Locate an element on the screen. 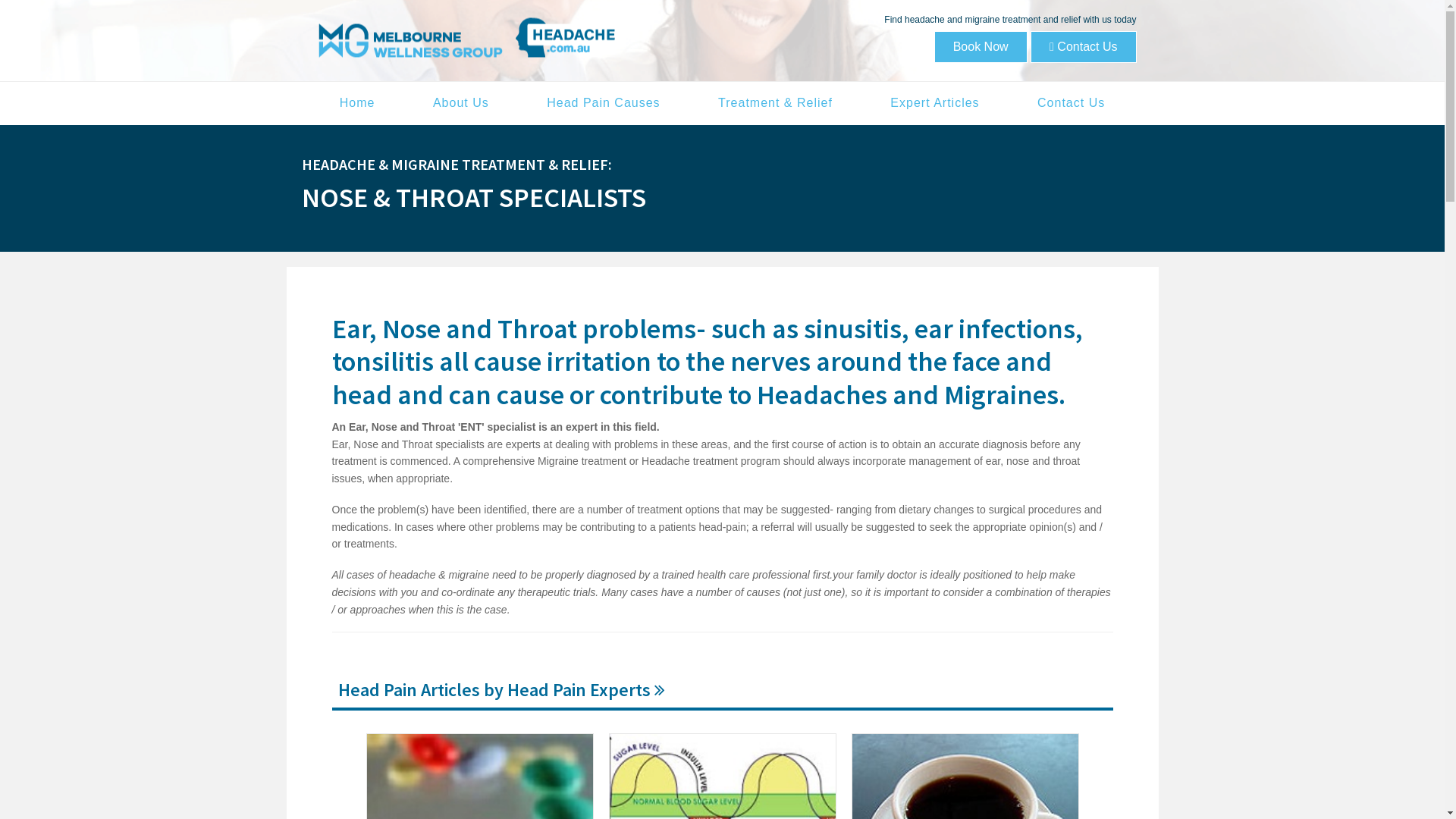 This screenshot has height=819, width=1456. 'Book Now' is located at coordinates (934, 45).